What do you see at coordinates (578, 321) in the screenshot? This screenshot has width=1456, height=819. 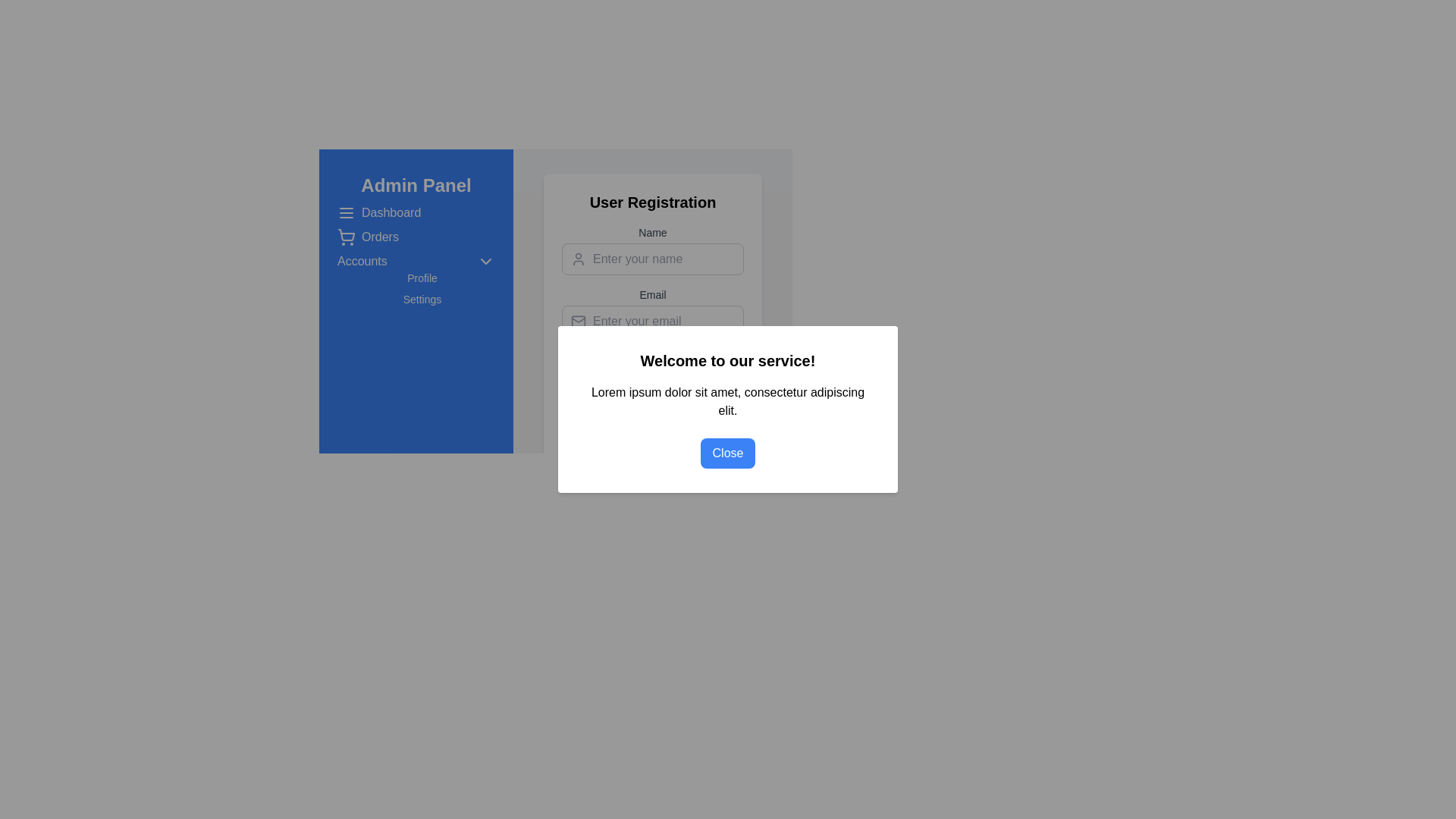 I see `the email input icon located to the left of the 'Enter your email' placeholder in the 'User Registration' section` at bounding box center [578, 321].